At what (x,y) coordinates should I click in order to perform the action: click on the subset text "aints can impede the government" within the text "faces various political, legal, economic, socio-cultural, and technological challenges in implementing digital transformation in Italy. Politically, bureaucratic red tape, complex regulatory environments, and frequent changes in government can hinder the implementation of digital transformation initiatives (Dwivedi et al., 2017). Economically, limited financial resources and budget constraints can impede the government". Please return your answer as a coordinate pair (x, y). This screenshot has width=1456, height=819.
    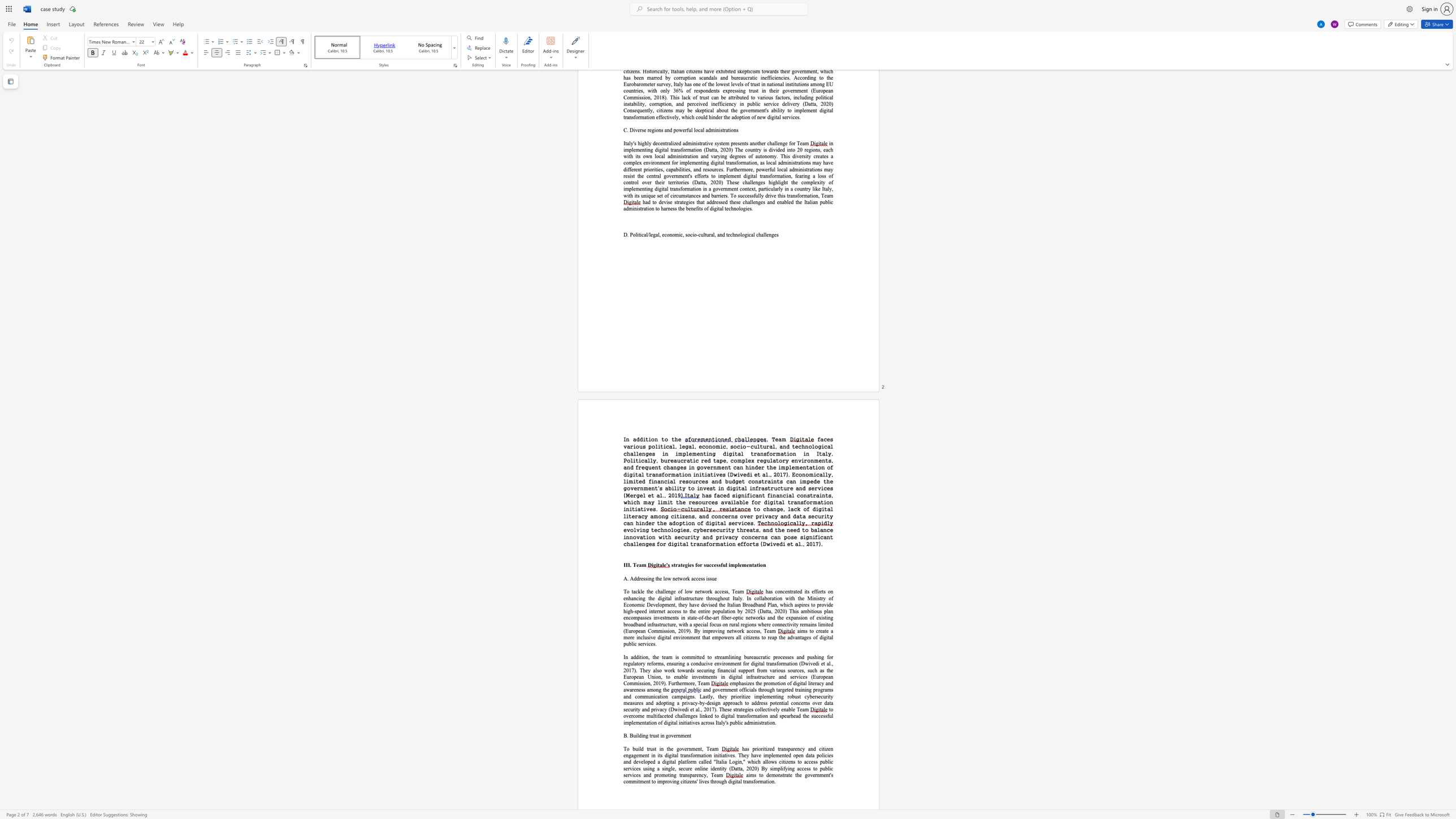
    Looking at the image, I should click on (767, 481).